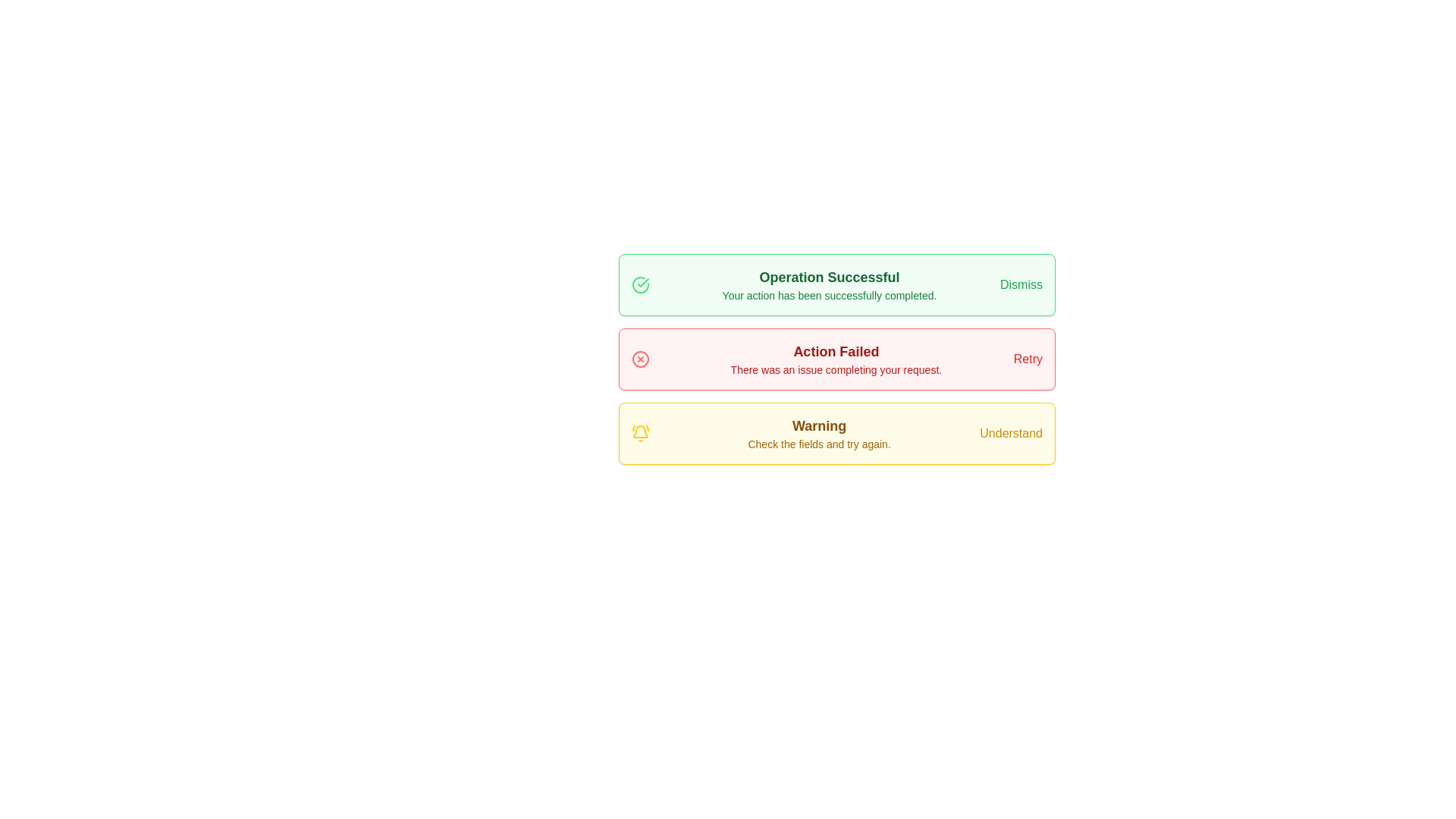 Image resolution: width=1456 pixels, height=819 pixels. I want to click on the yellow 'Understand' text button located at the far right of the warning block to acknowledge or dismiss the warning, so click(1011, 433).